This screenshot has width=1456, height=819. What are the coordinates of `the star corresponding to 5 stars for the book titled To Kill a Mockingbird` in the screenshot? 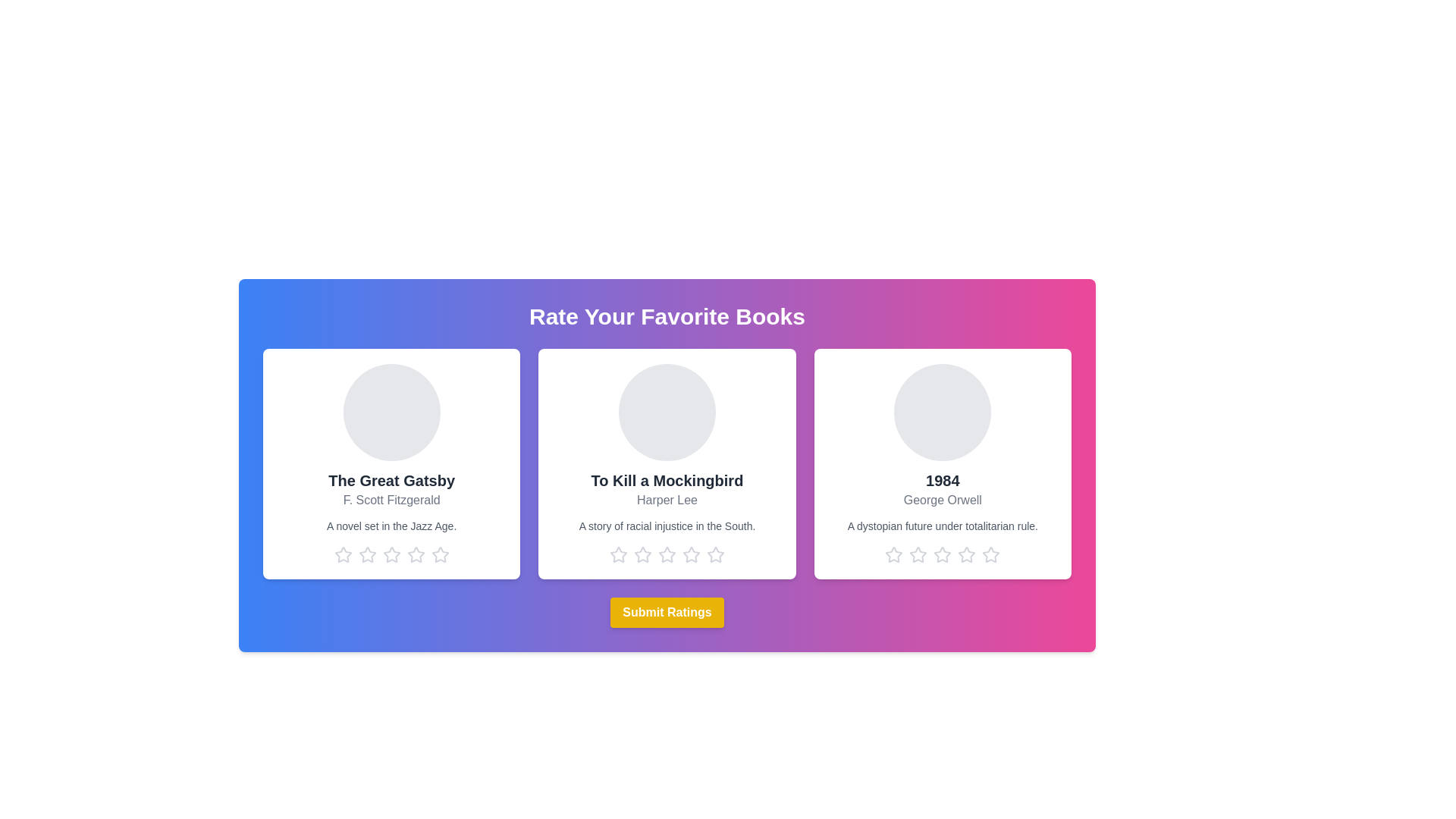 It's located at (715, 555).